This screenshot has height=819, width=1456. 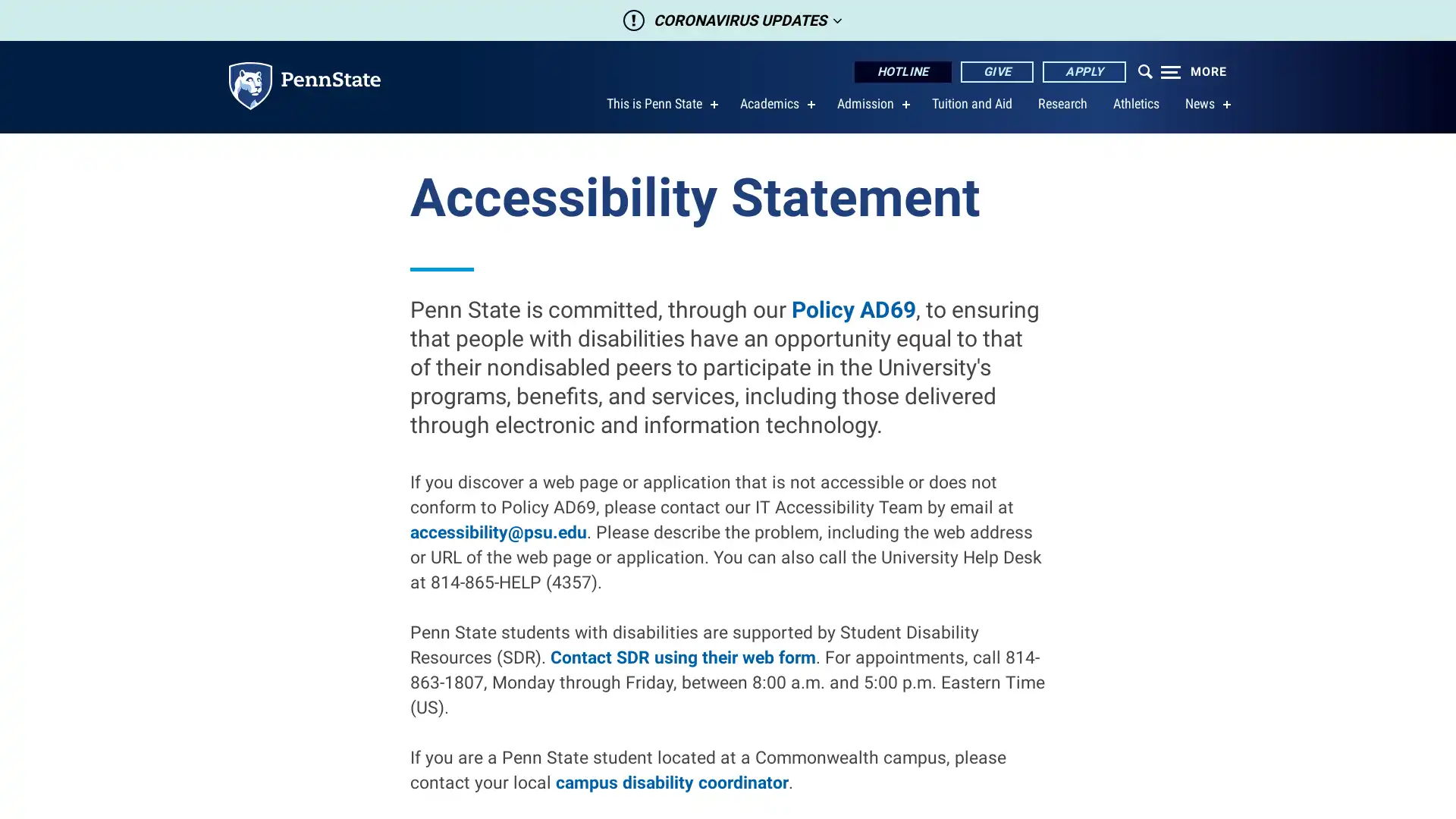 What do you see at coordinates (804, 104) in the screenshot?
I see `show submenu for Academics` at bounding box center [804, 104].